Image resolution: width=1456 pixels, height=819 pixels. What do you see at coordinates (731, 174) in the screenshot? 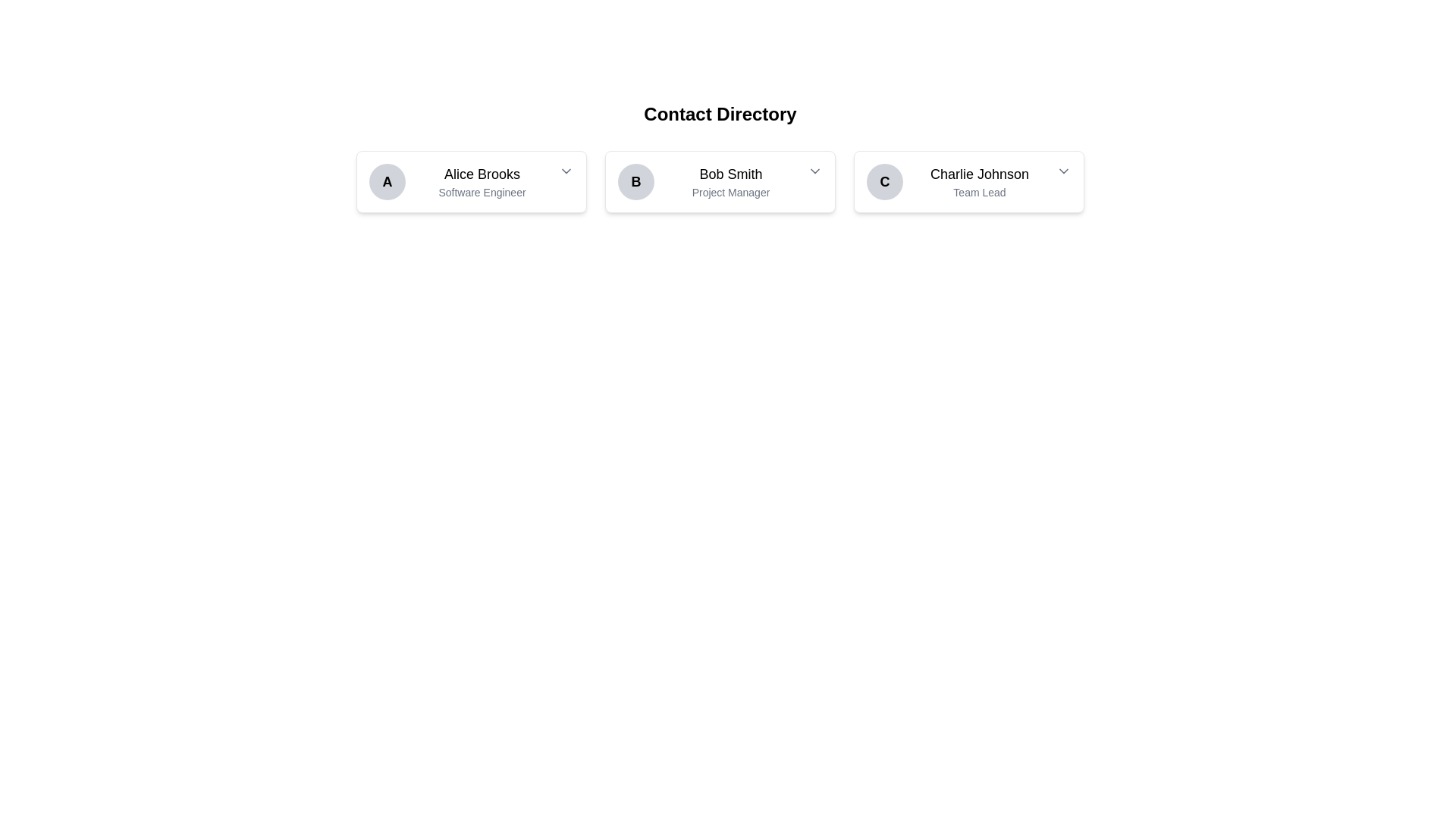
I see `the Text Display element that shows the name 'Bob Smith', which is located above the title 'Project Manager' in the center of the card structure` at bounding box center [731, 174].